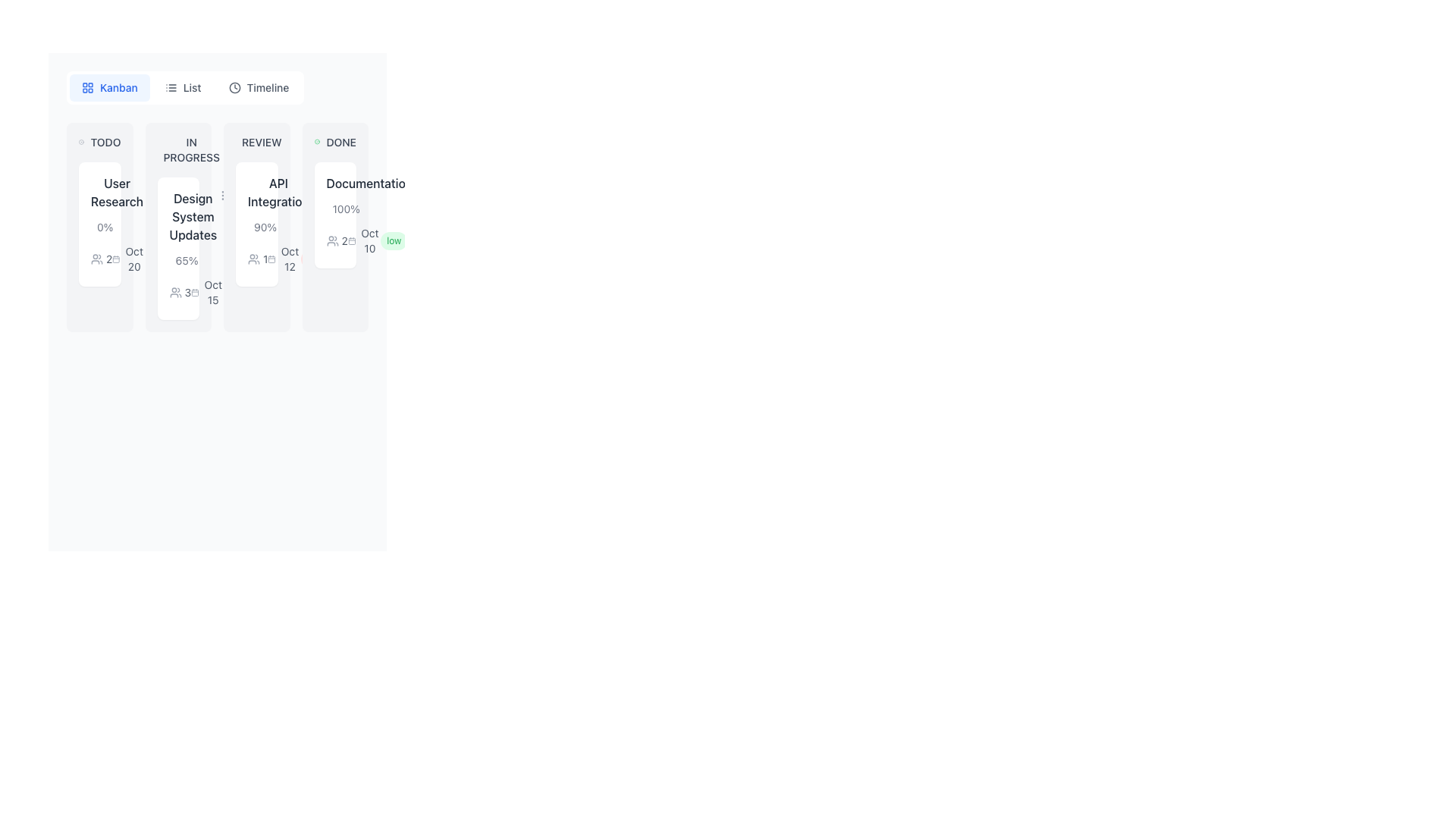 This screenshot has width=1456, height=819. Describe the element at coordinates (178, 281) in the screenshot. I see `the Information Display Component located within the 'Design System Updates' card in the 'In Progress' column to interact with the underlying details` at that location.